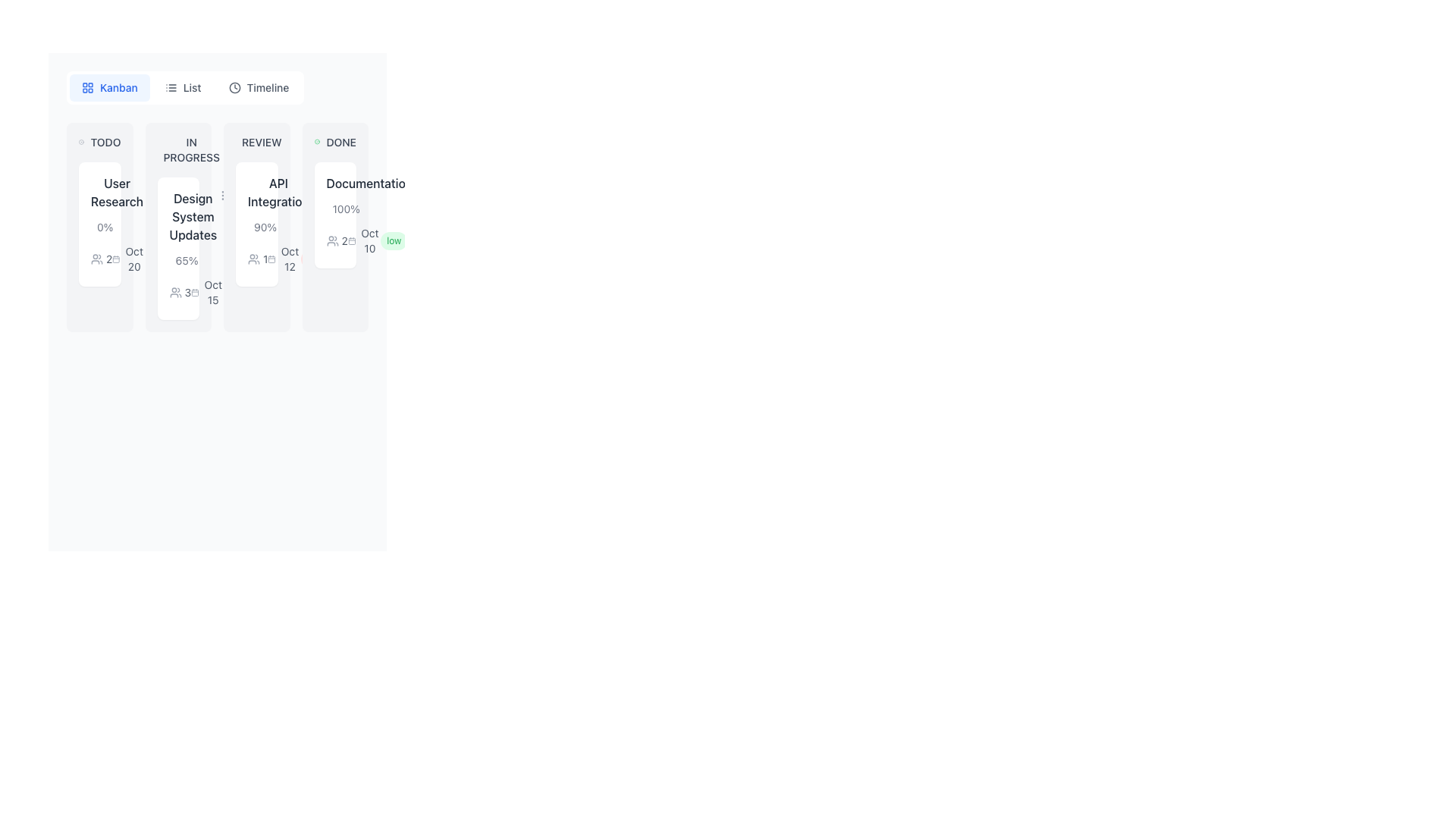 This screenshot has width=1456, height=819. Describe the element at coordinates (178, 281) in the screenshot. I see `the Information Display Component located within the 'Design System Updates' card in the 'In Progress' column to interact with the underlying details` at that location.